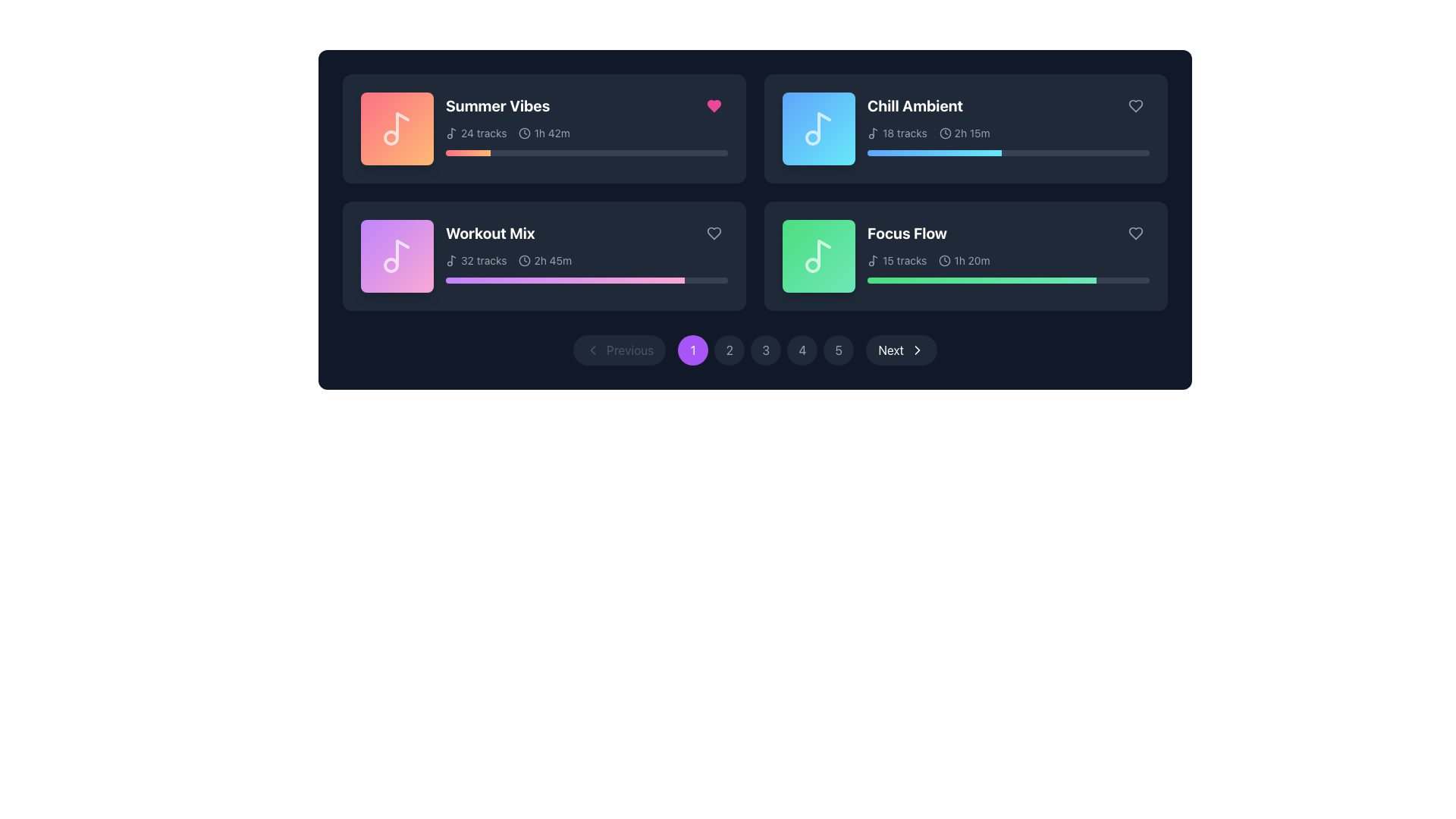  I want to click on the music playlist preview card named 'Focus Flow', which displays the playlist's name, track count, and duration, located in the bottom-right quadrant of the interface, so click(965, 256).